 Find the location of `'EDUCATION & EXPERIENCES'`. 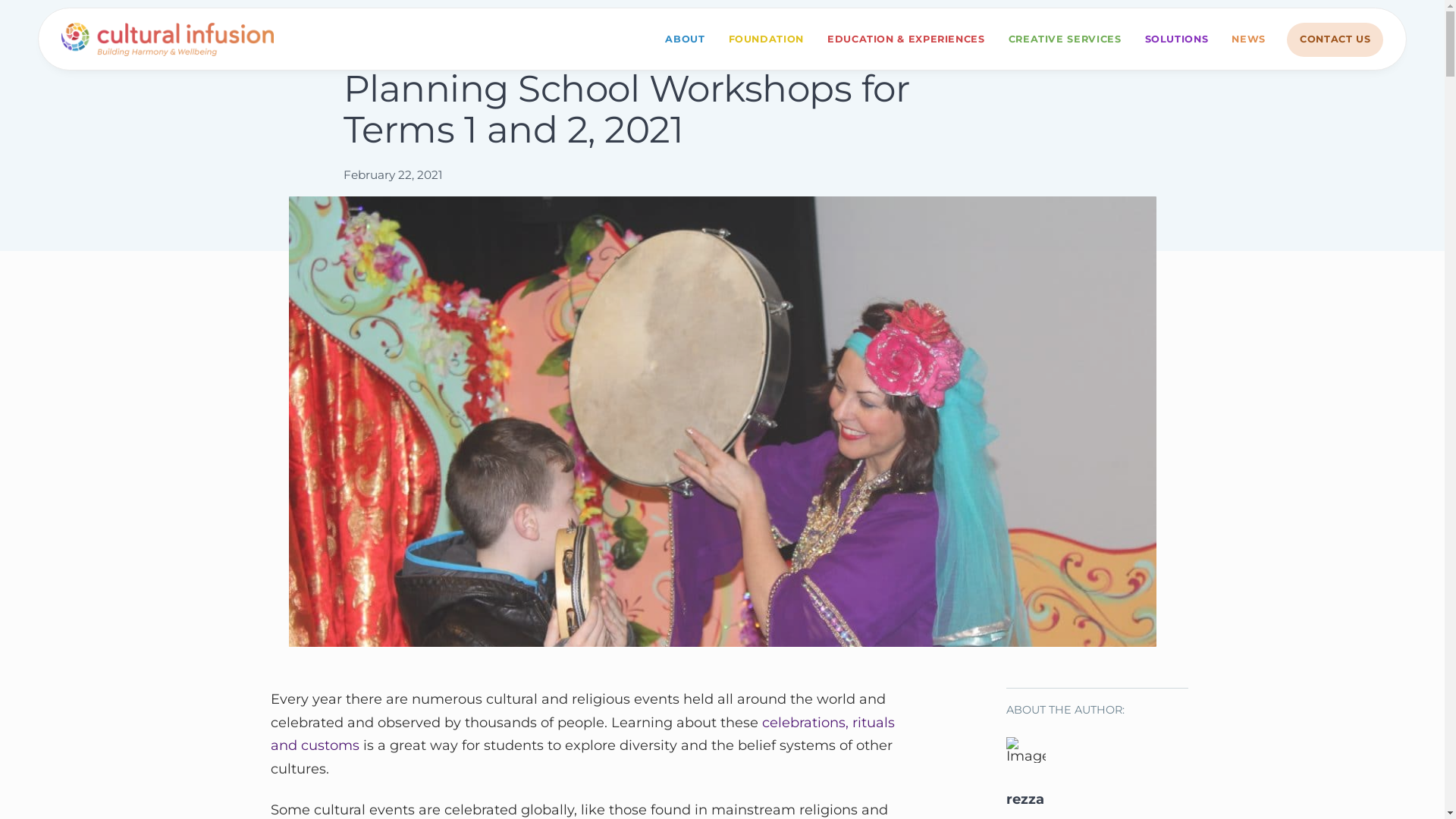

'EDUCATION & EXPERIENCES' is located at coordinates (905, 39).